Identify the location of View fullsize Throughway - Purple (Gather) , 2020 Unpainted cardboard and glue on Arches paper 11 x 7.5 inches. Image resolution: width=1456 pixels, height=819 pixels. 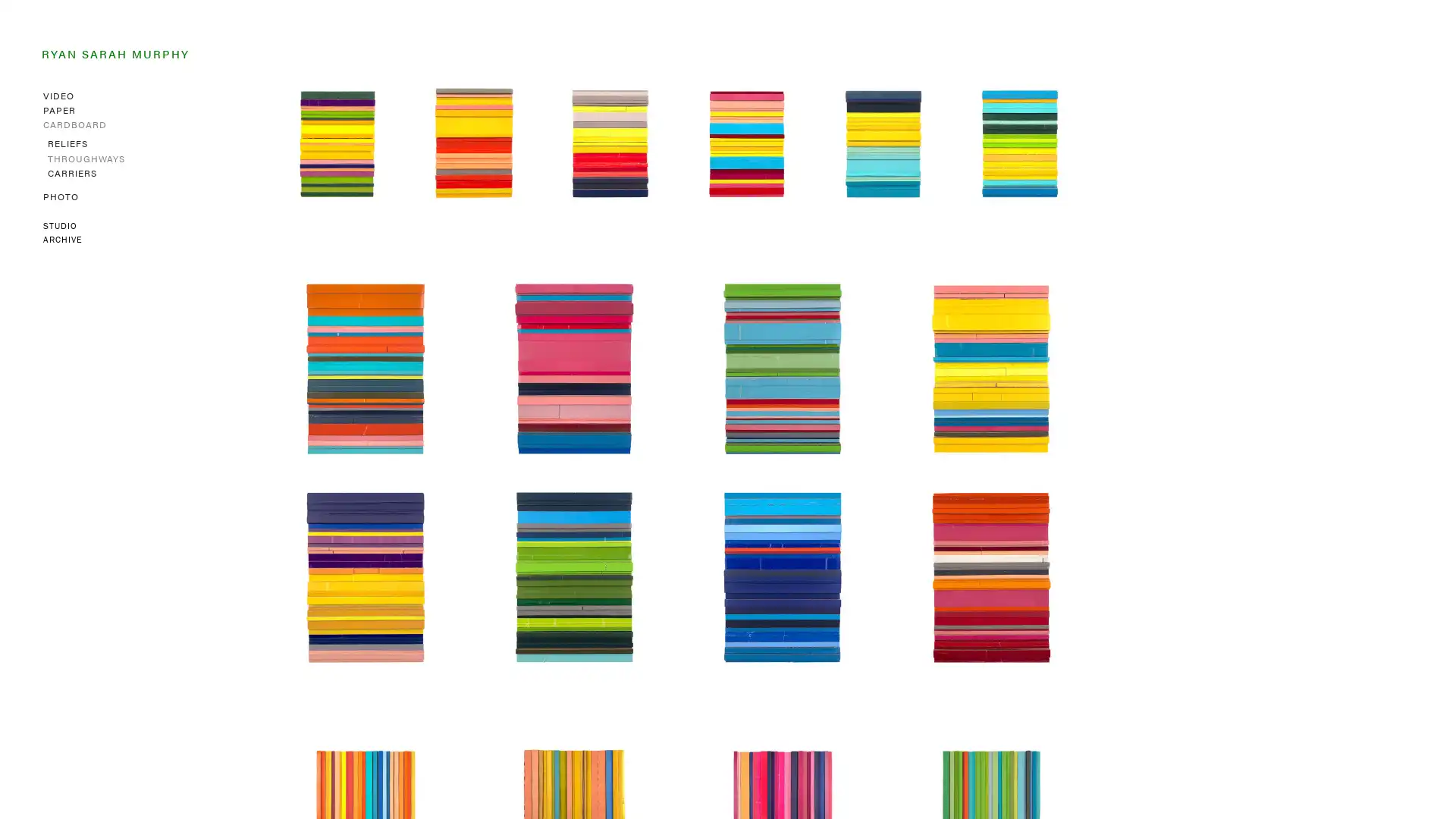
(366, 577).